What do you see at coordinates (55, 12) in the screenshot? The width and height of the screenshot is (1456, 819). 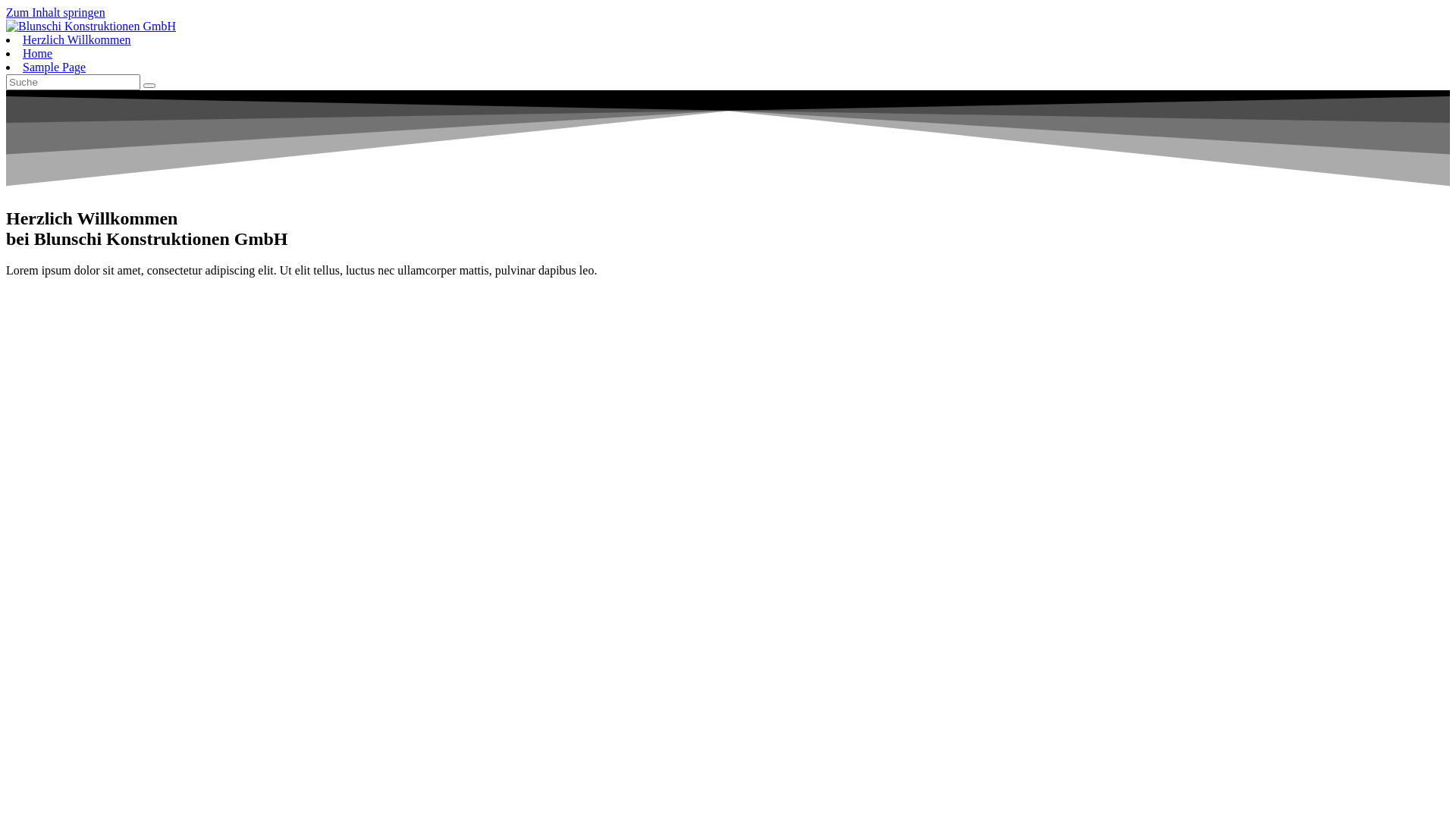 I see `'Zum Inhalt springen'` at bounding box center [55, 12].